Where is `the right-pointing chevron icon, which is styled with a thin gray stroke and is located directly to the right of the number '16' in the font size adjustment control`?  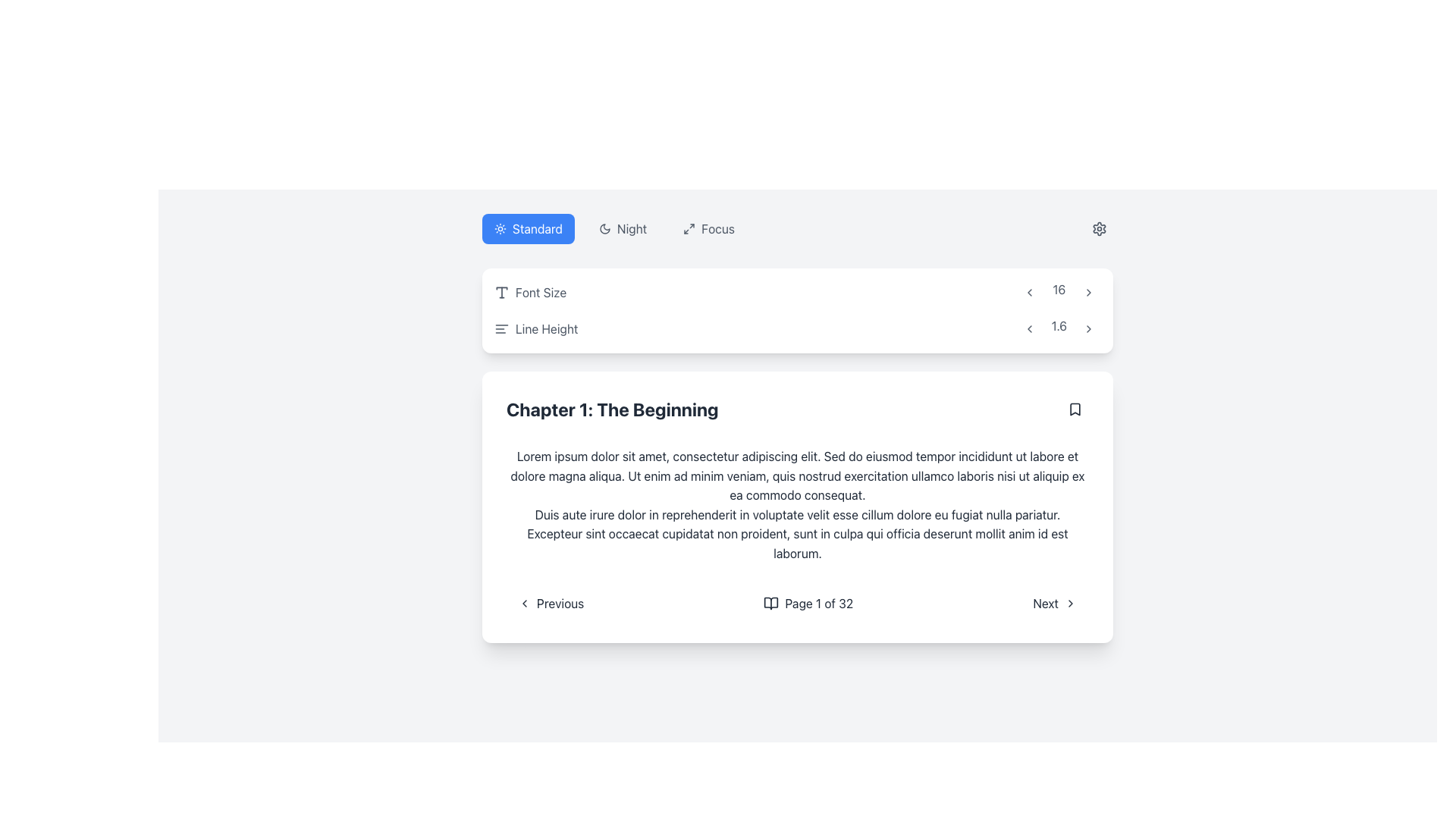
the right-pointing chevron icon, which is styled with a thin gray stroke and is located directly to the right of the number '16' in the font size adjustment control is located at coordinates (1087, 292).